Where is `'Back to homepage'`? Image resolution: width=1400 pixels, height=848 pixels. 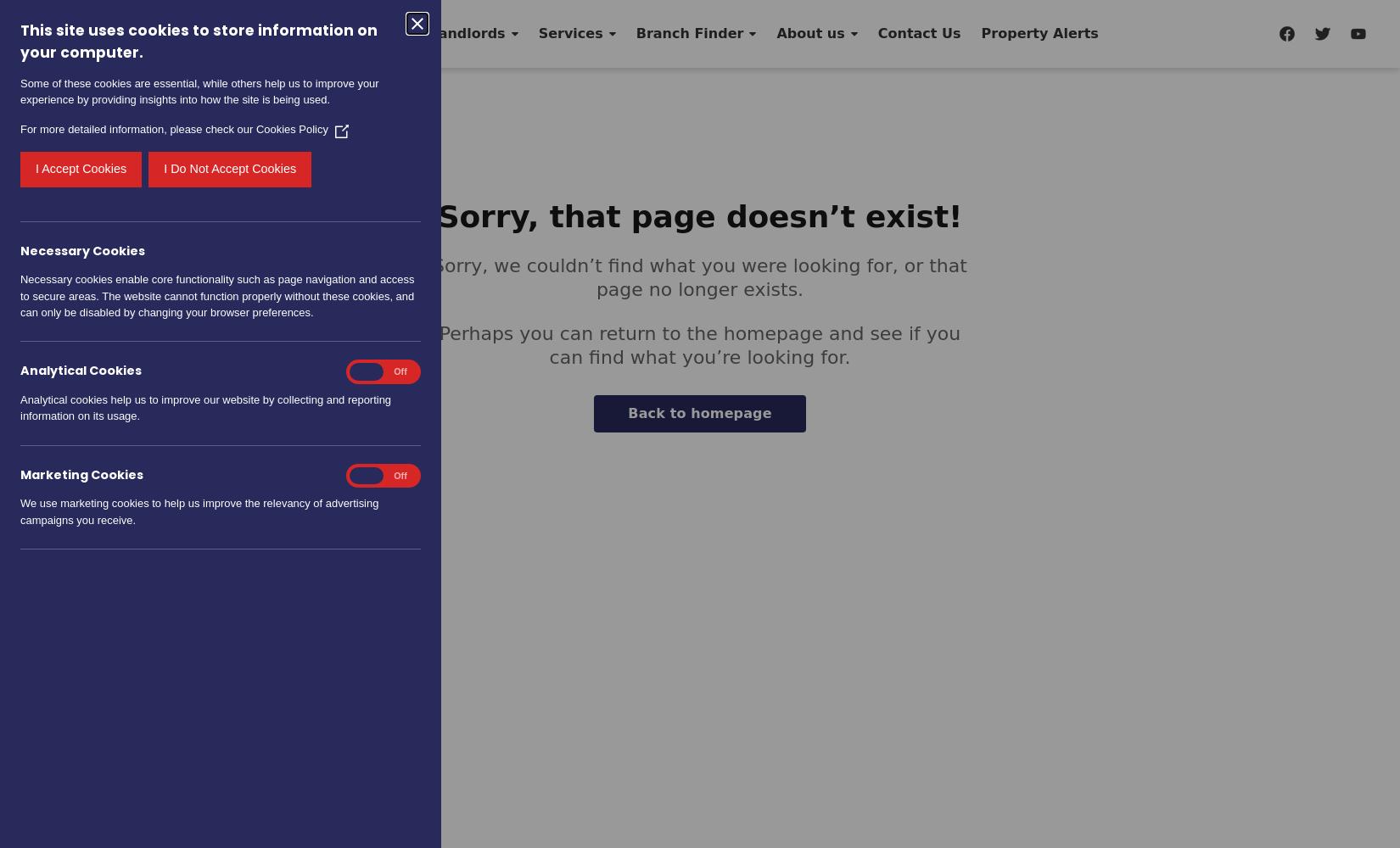
'Back to homepage' is located at coordinates (698, 412).